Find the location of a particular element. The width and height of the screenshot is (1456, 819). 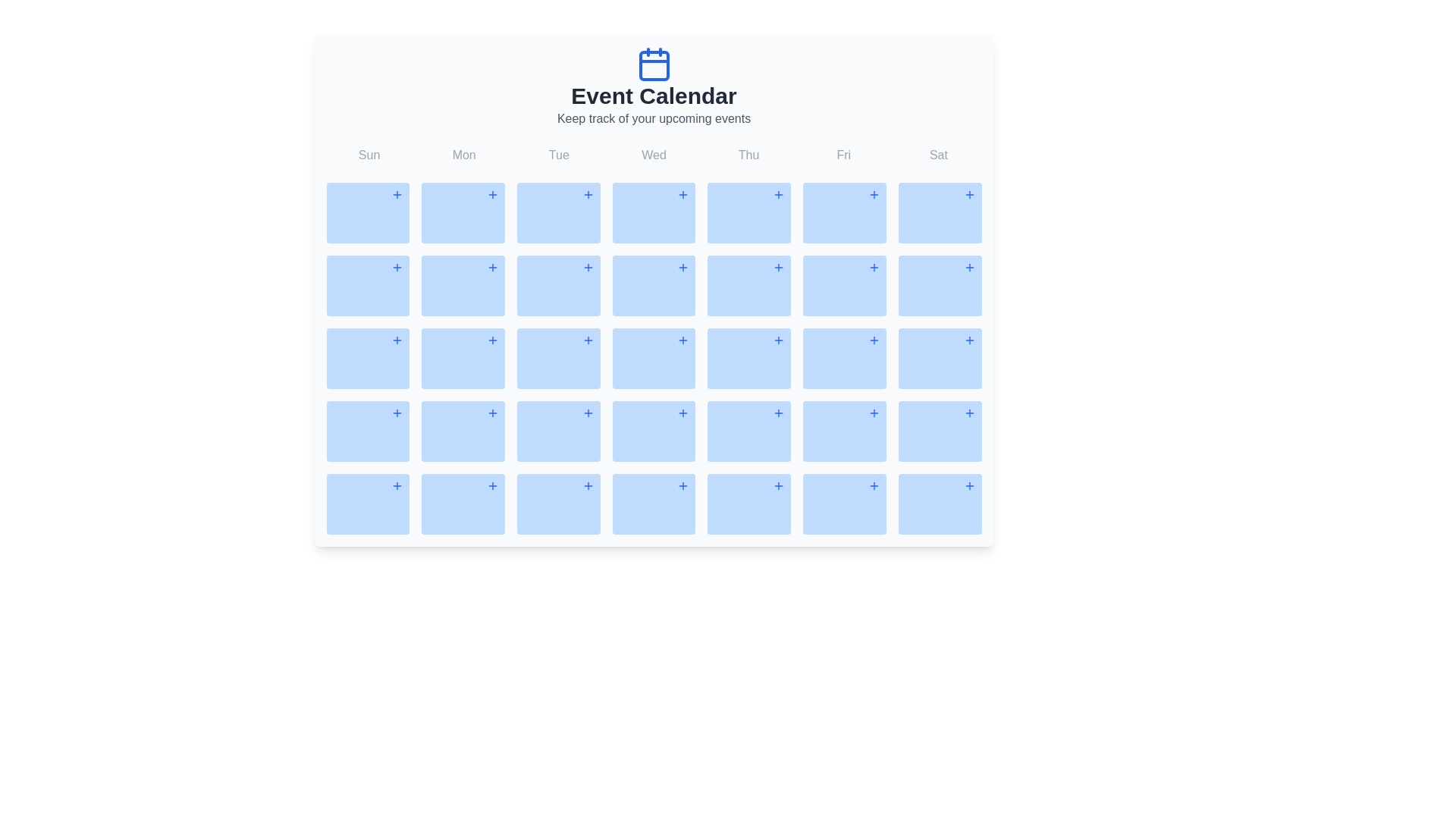

the 'add' button located in the fifth column of the fourth row within a blue square cell in the calendar interface is located at coordinates (874, 267).